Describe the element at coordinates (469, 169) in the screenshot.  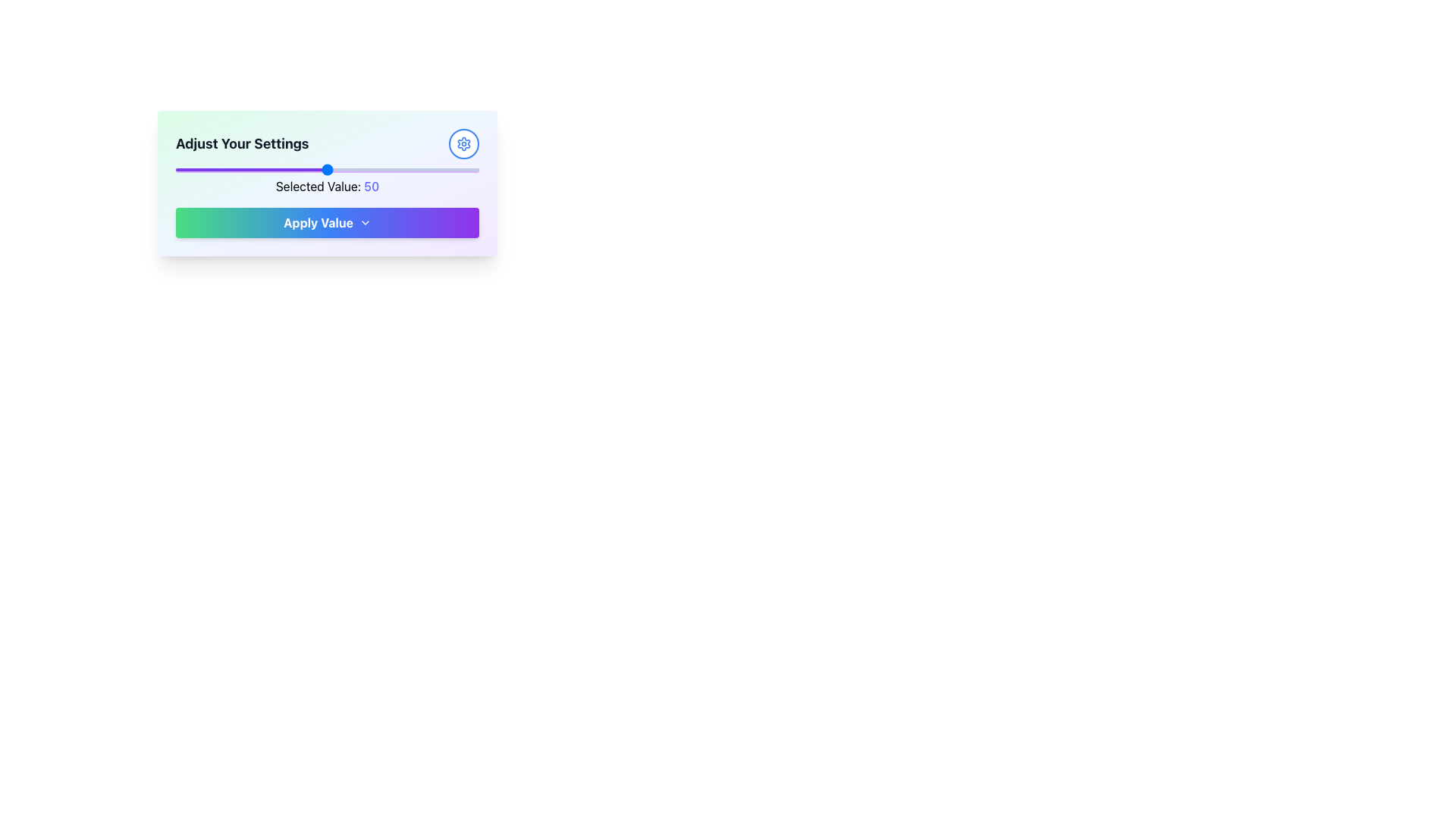
I see `the slider` at that location.